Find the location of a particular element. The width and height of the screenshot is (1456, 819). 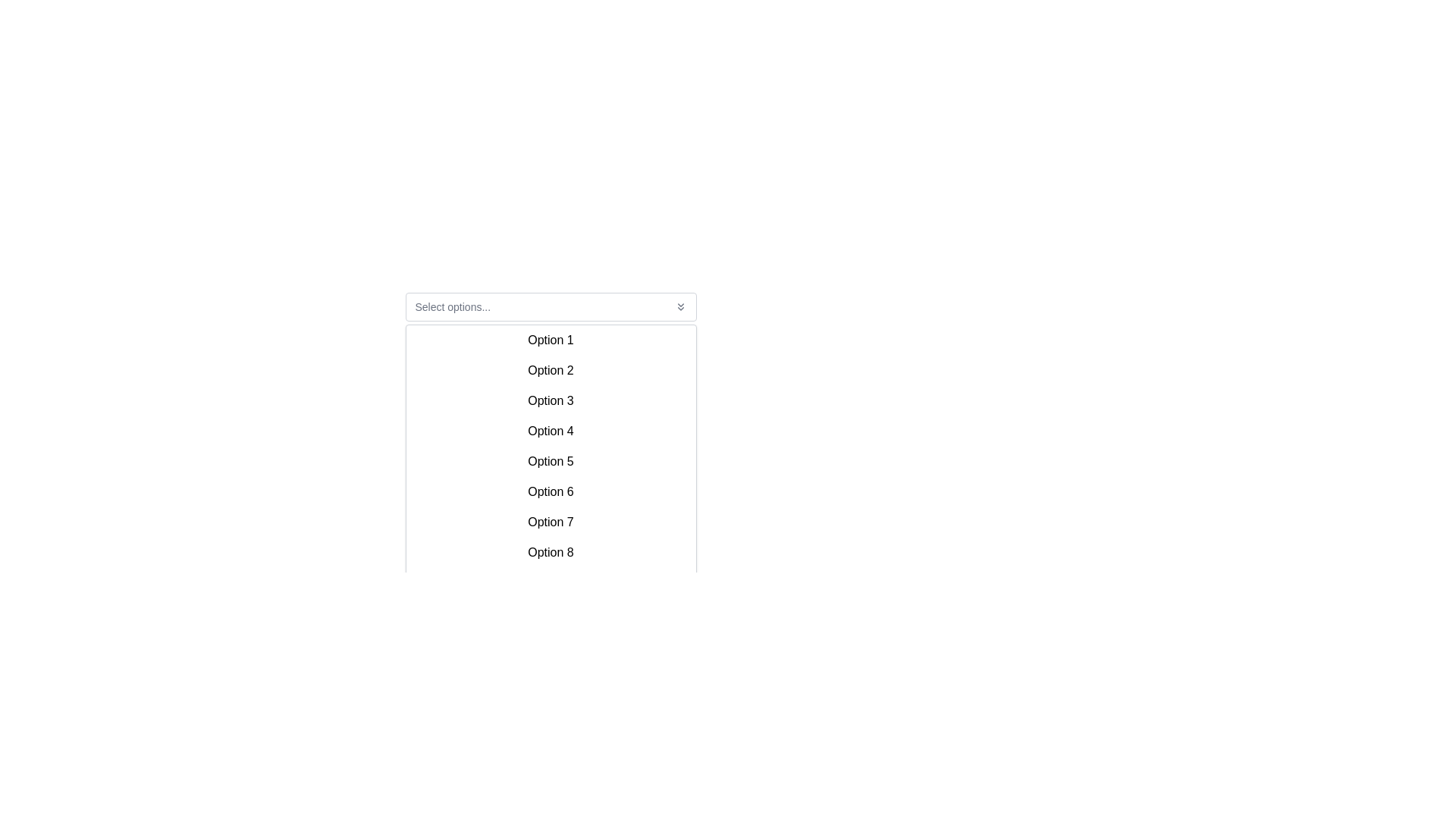

to select the 'Option 6' text snippet in the dropdown menu, which is the sixth option in the list, positioned between 'Option 5' and 'Option 7' is located at coordinates (550, 491).